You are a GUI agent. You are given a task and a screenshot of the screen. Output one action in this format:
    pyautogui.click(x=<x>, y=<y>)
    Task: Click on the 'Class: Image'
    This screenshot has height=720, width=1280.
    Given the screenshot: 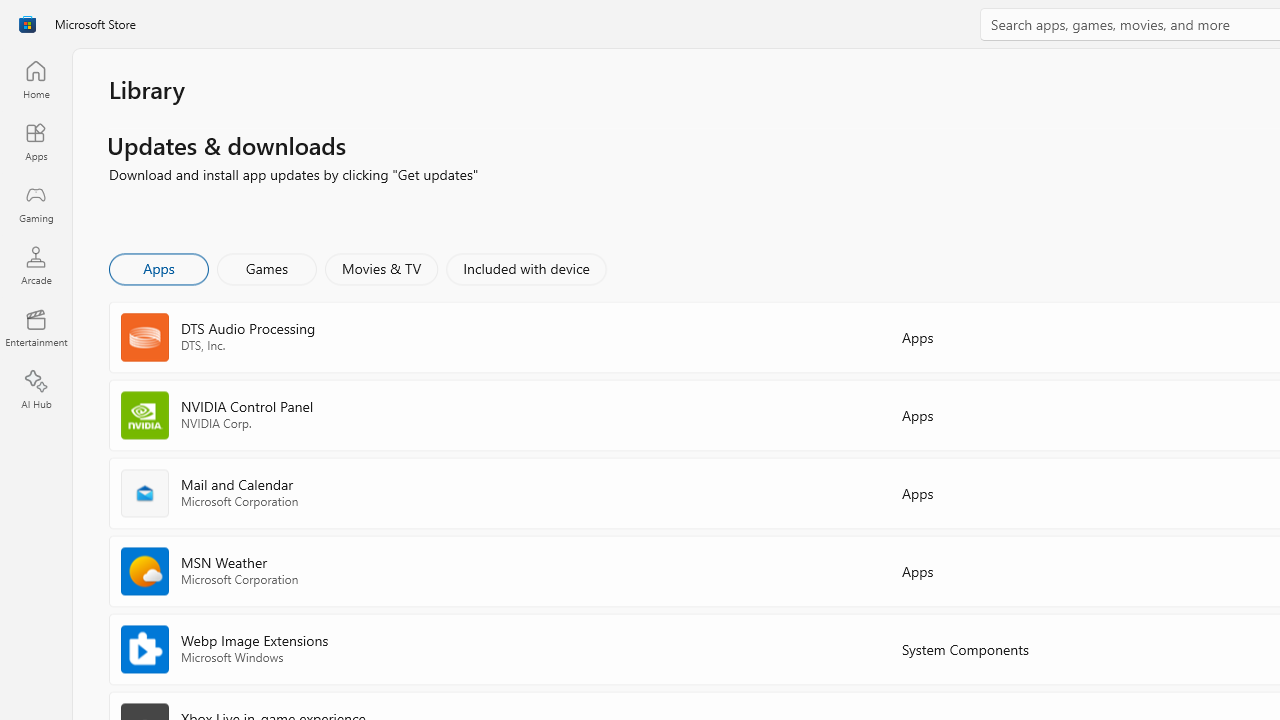 What is the action you would take?
    pyautogui.click(x=27, y=24)
    